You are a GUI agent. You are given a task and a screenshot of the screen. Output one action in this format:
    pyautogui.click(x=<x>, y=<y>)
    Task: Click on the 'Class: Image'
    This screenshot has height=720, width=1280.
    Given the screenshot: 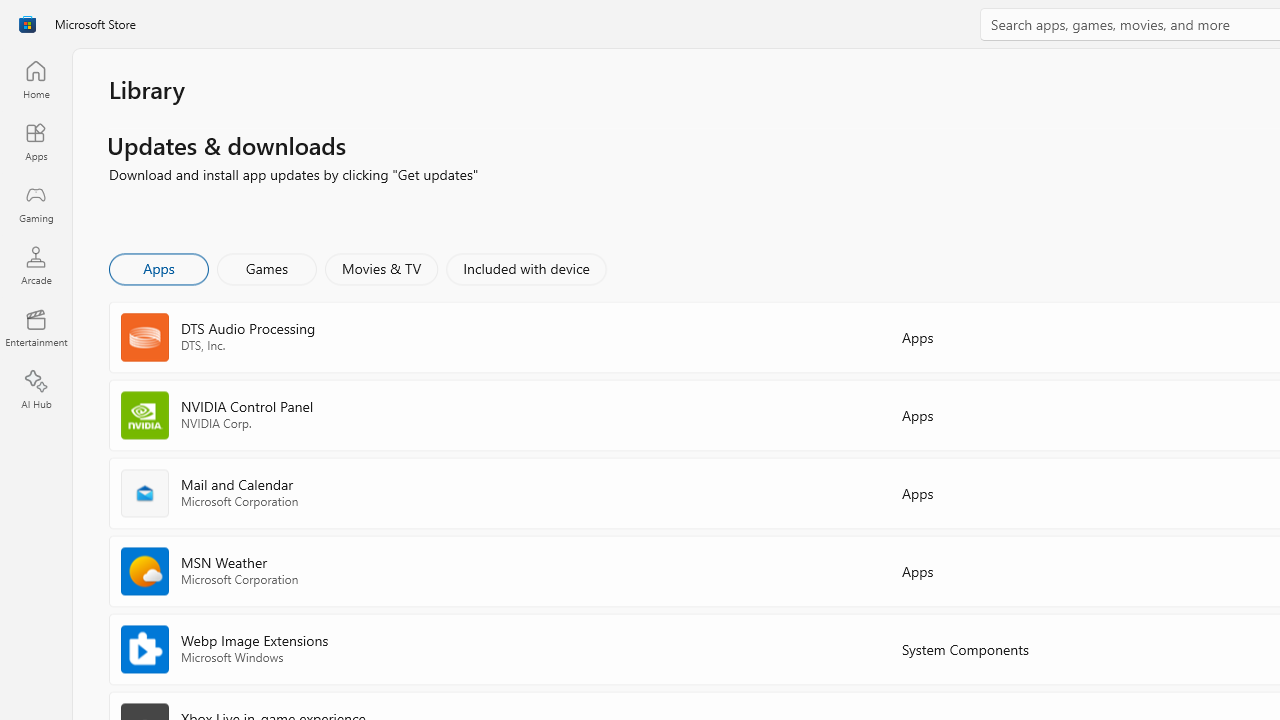 What is the action you would take?
    pyautogui.click(x=27, y=24)
    